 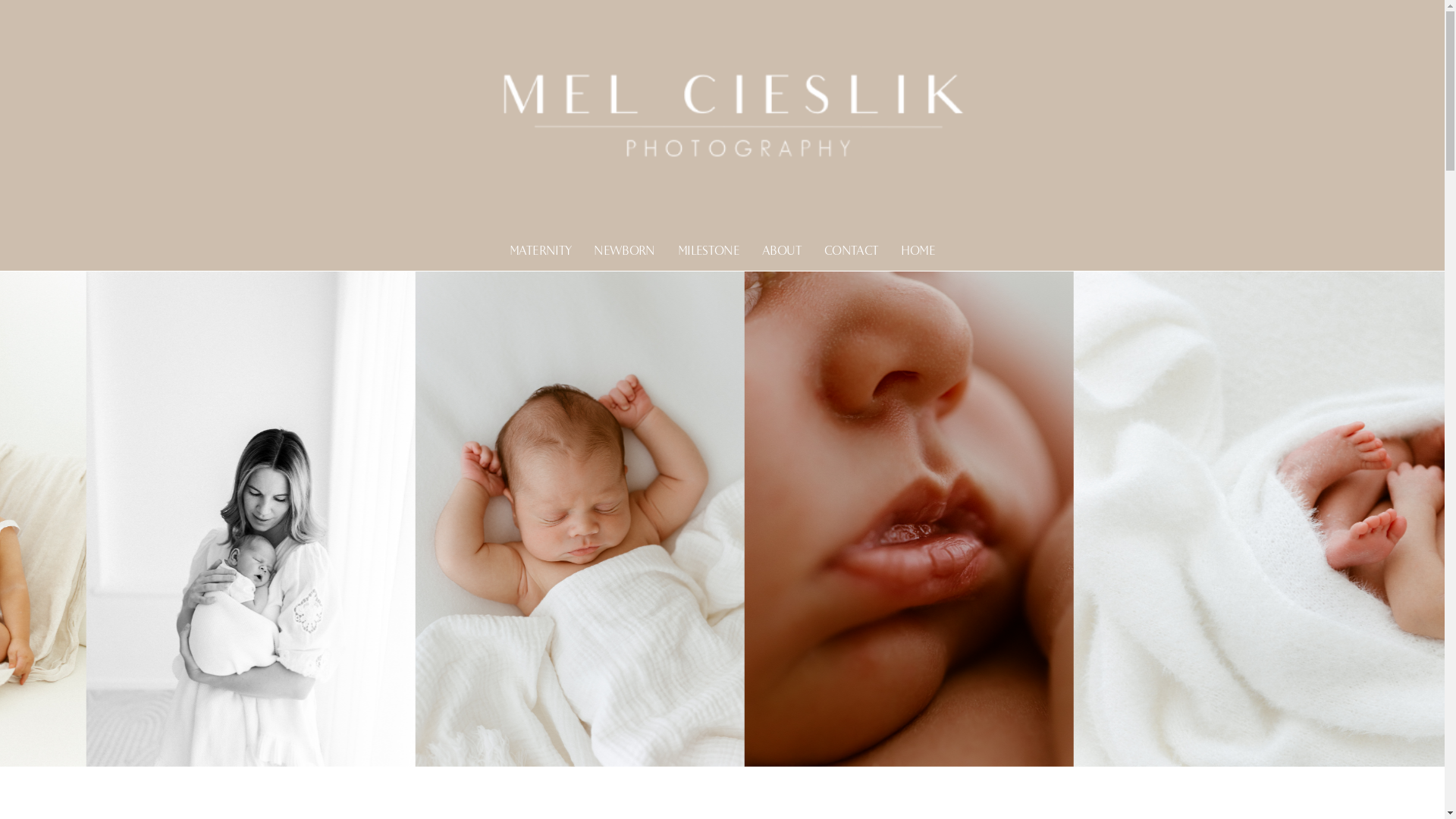 I want to click on 'MILESTONE', so click(x=708, y=250).